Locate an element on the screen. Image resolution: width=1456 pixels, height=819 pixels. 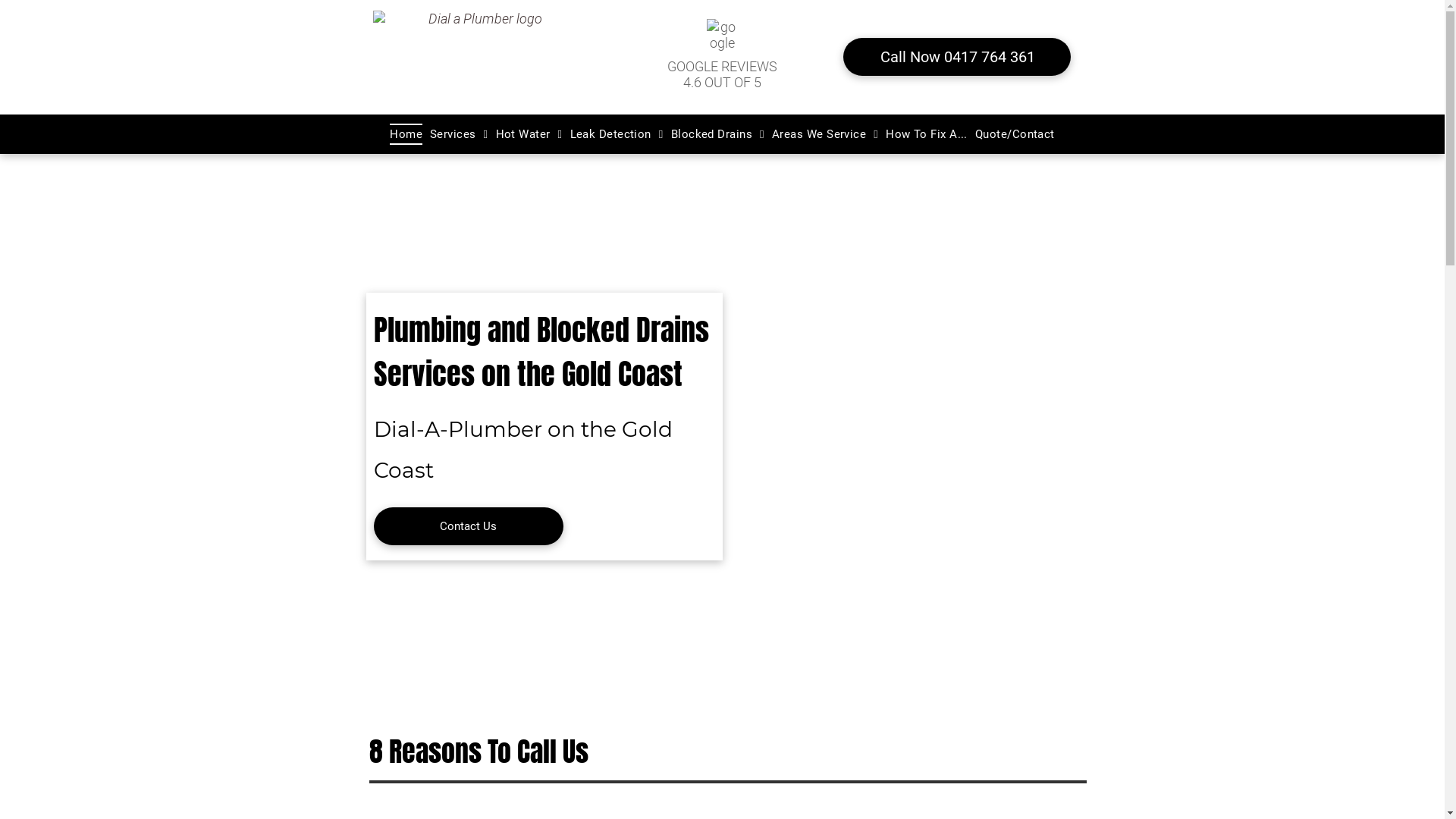
'How To Fix A...' is located at coordinates (926, 133).